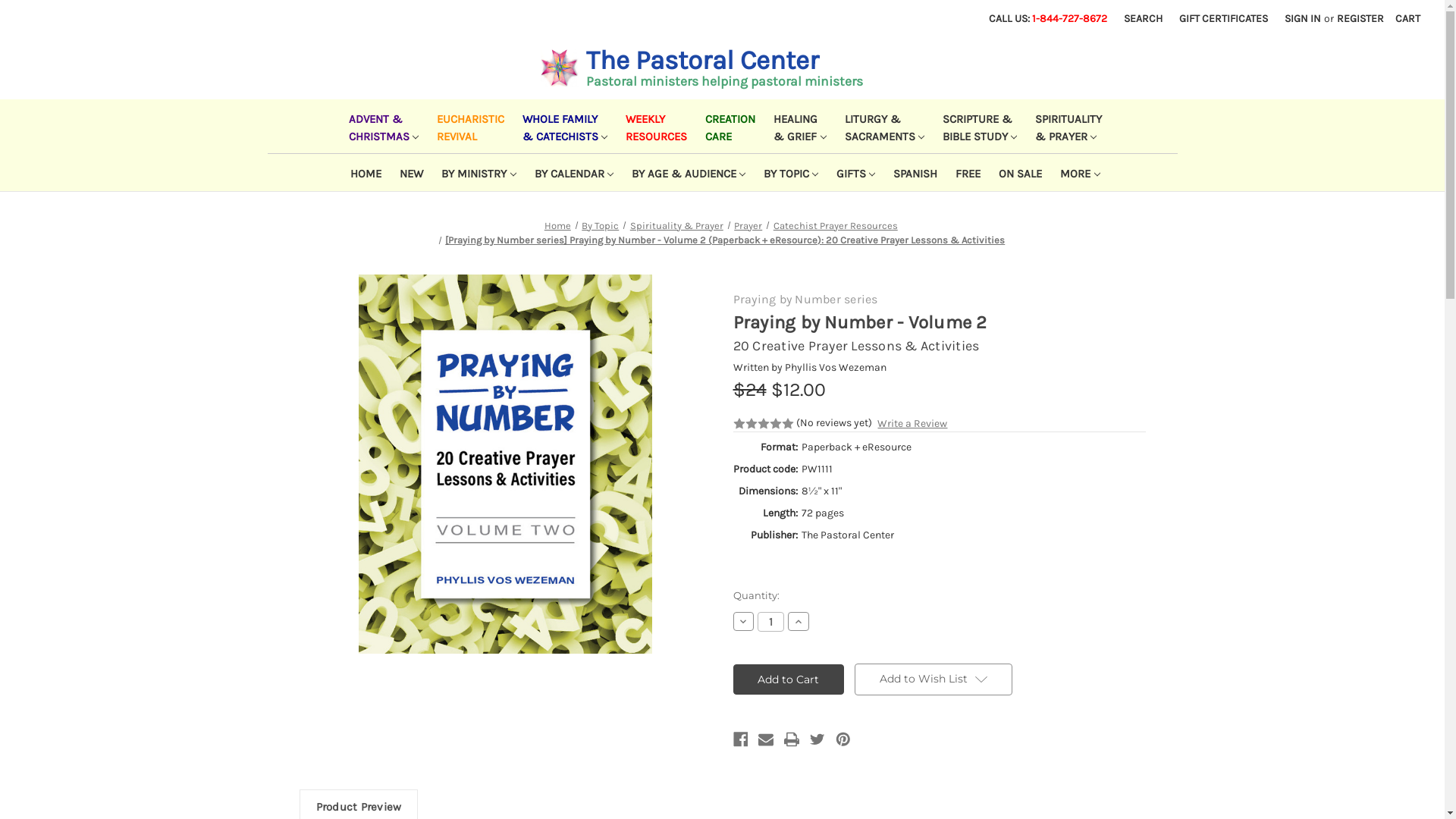 Image resolution: width=1456 pixels, height=819 pixels. What do you see at coordinates (1065, 125) in the screenshot?
I see `'SPIRITUALITY` at bounding box center [1065, 125].